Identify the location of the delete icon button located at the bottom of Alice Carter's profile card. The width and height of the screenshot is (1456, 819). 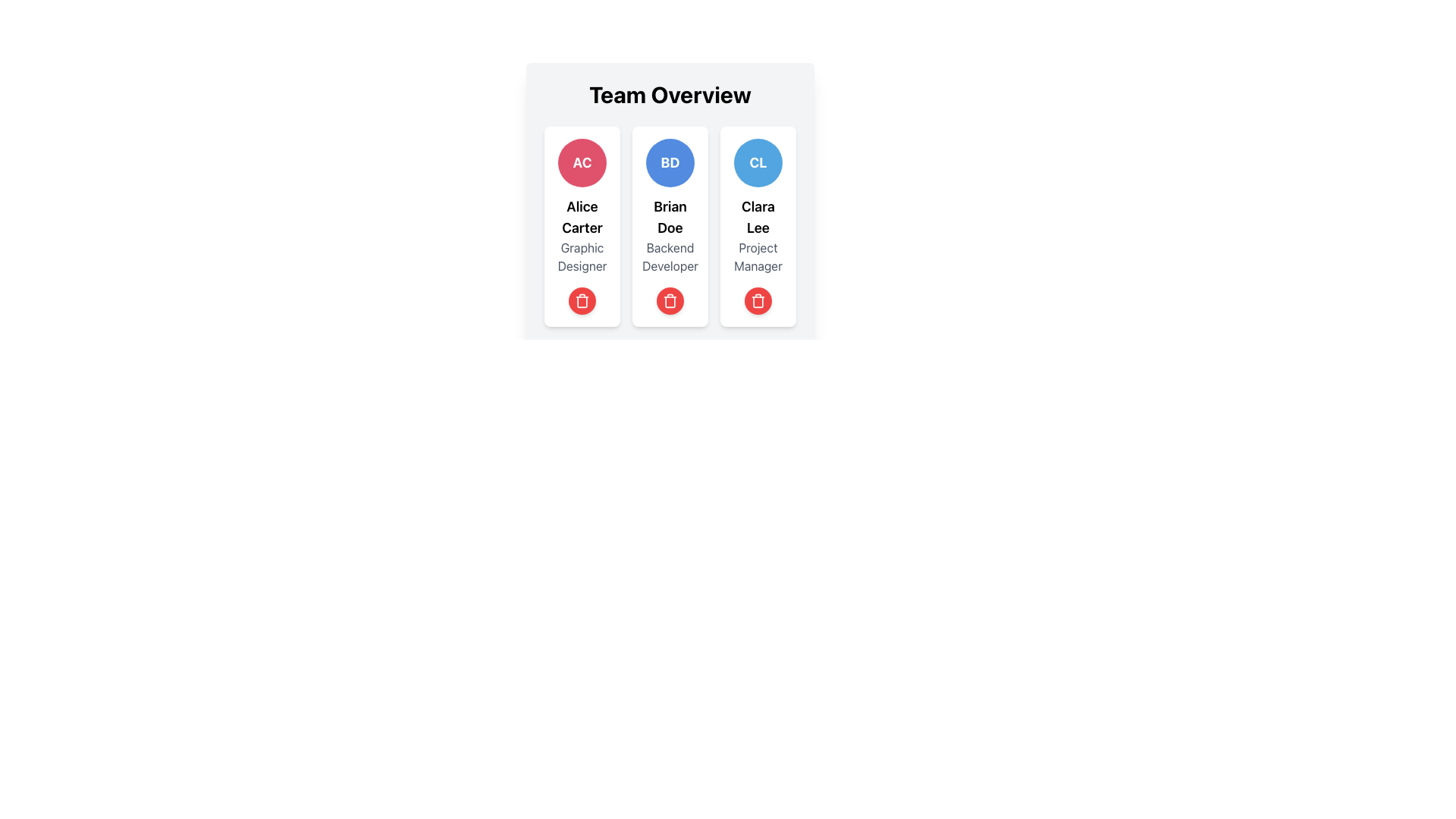
(582, 301).